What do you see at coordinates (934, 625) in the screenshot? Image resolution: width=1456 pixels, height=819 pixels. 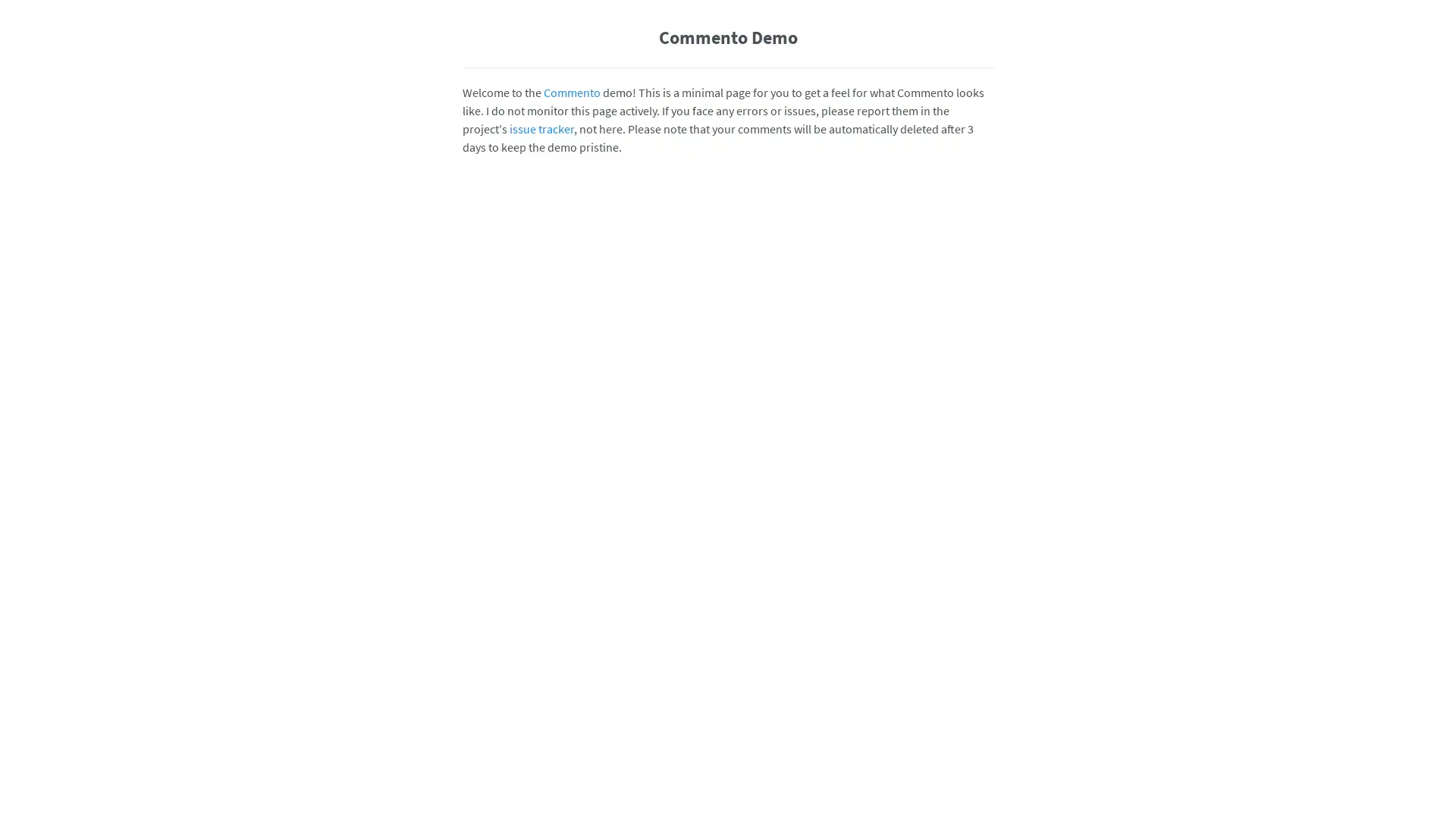 I see `Upvote` at bounding box center [934, 625].